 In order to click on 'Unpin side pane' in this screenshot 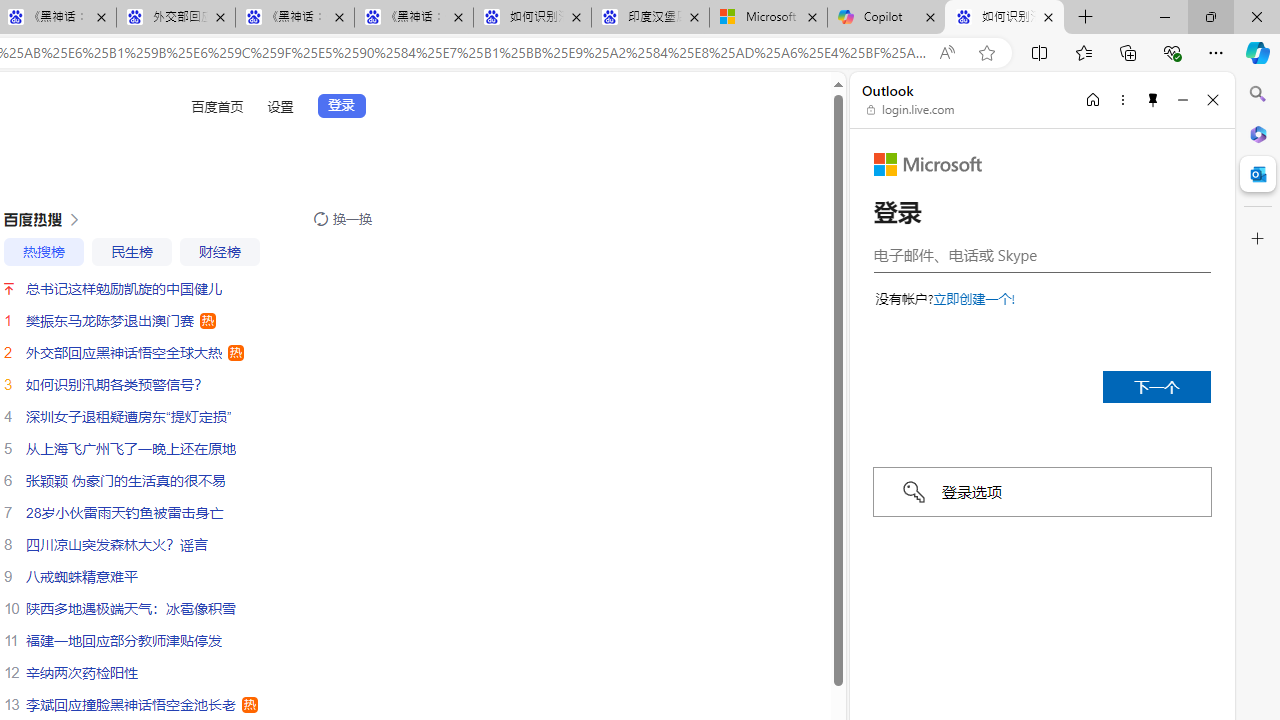, I will do `click(1153, 99)`.